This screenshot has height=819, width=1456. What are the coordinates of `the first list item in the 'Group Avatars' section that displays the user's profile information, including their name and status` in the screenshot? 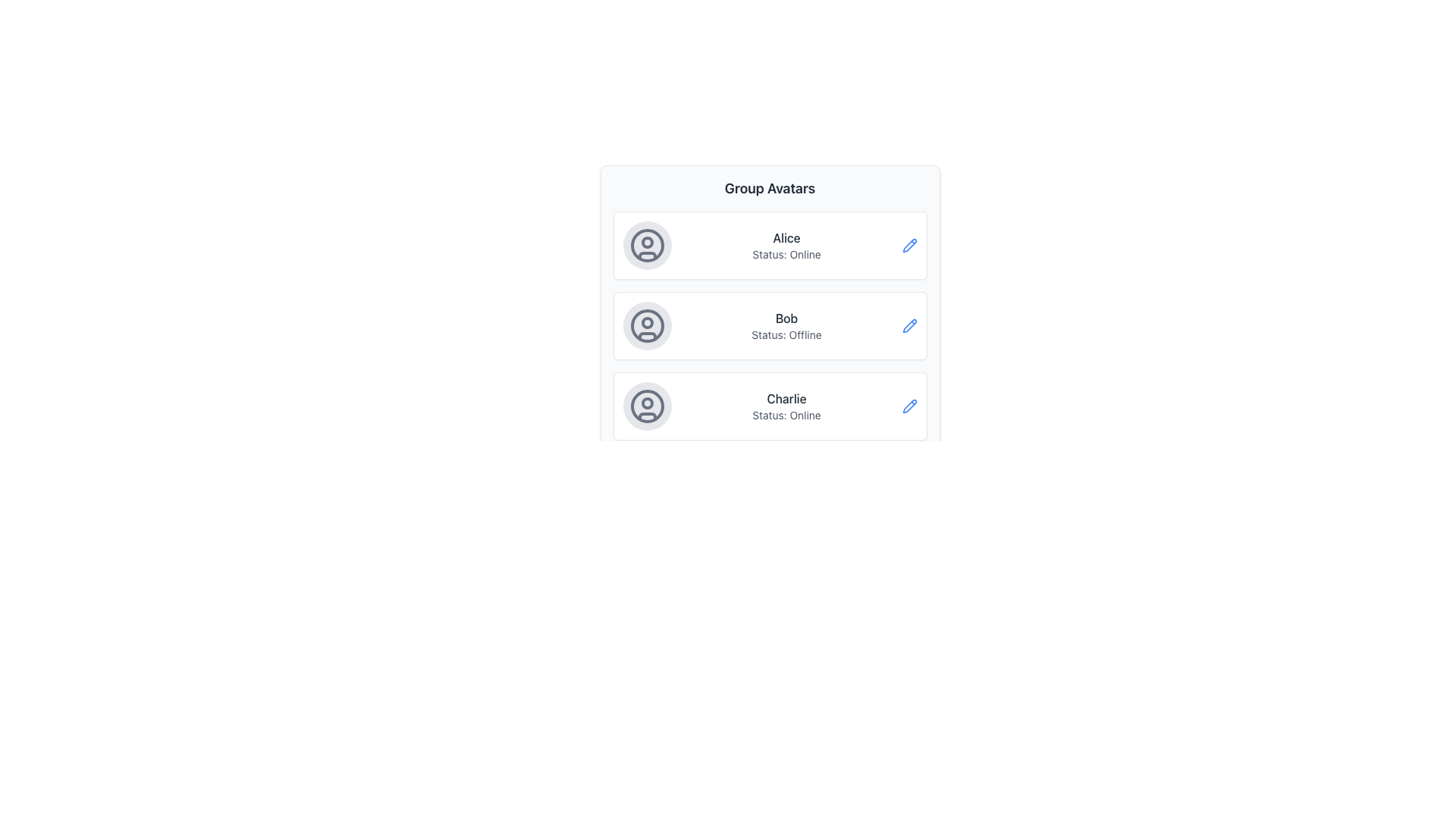 It's located at (770, 245).